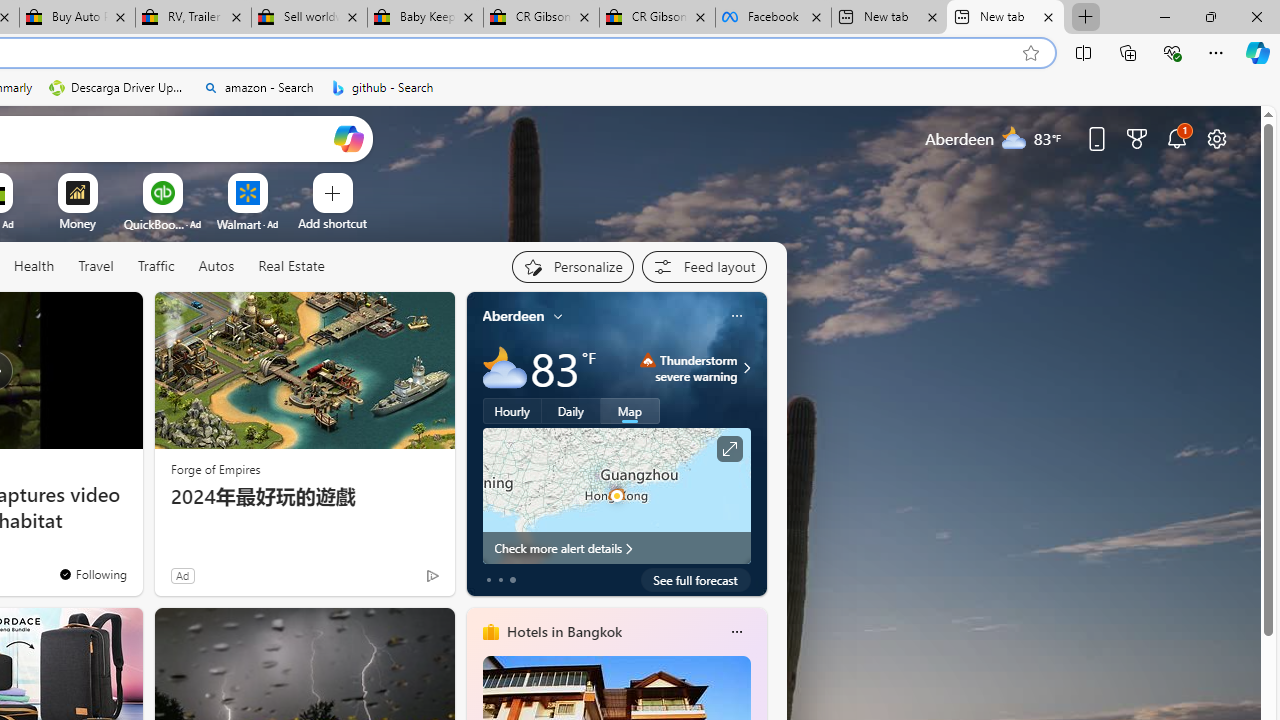  What do you see at coordinates (689, 367) in the screenshot?
I see `'Thunderstorm - Severe Thunderstorm severe warning'` at bounding box center [689, 367].